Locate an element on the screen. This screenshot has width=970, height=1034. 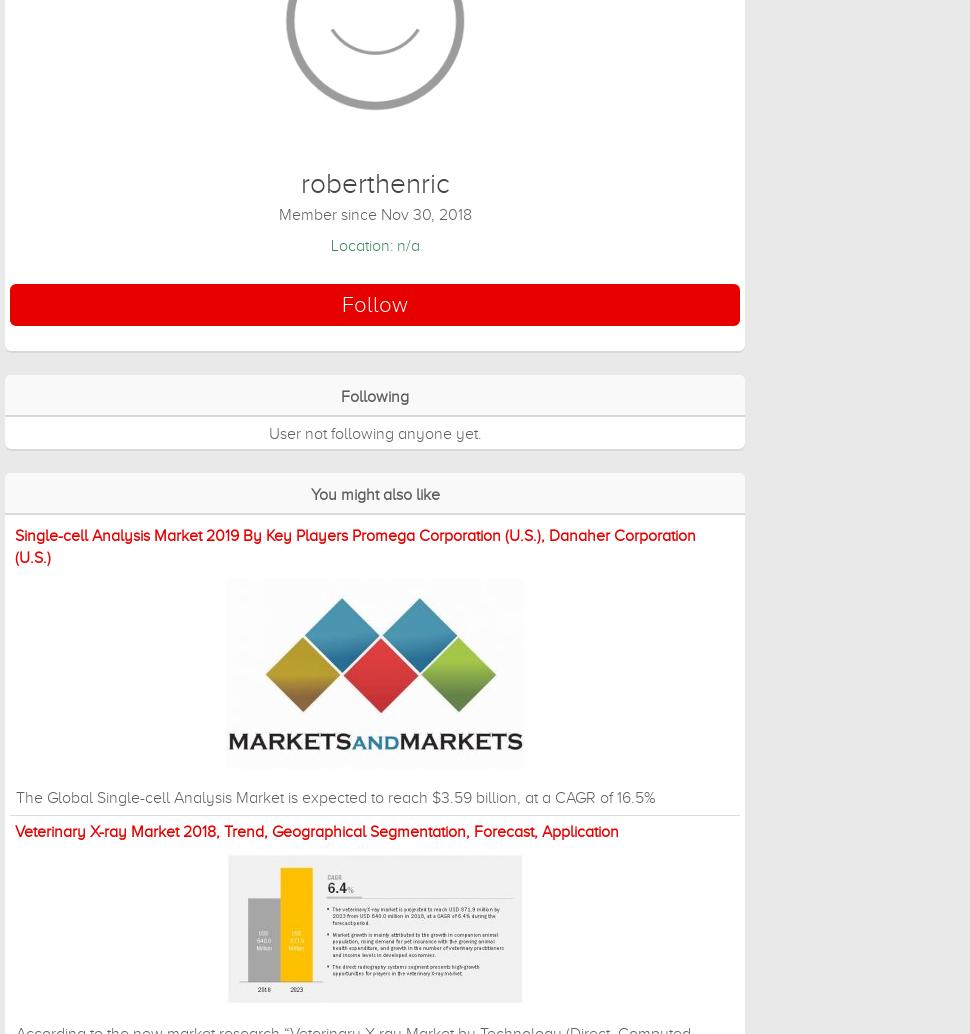
'Following' is located at coordinates (374, 395).